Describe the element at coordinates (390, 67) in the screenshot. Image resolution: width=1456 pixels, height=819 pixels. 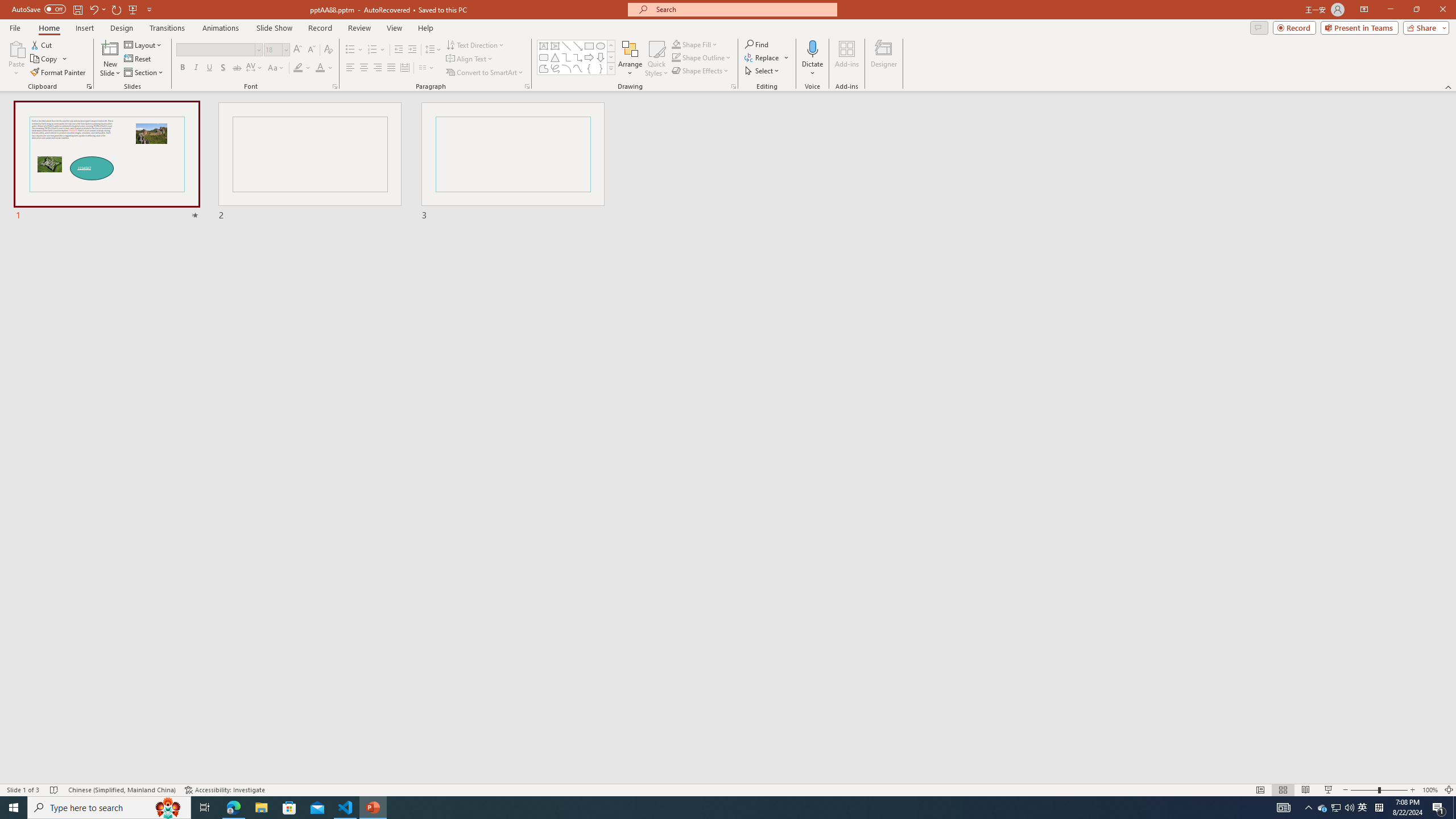
I see `'Justify'` at that location.